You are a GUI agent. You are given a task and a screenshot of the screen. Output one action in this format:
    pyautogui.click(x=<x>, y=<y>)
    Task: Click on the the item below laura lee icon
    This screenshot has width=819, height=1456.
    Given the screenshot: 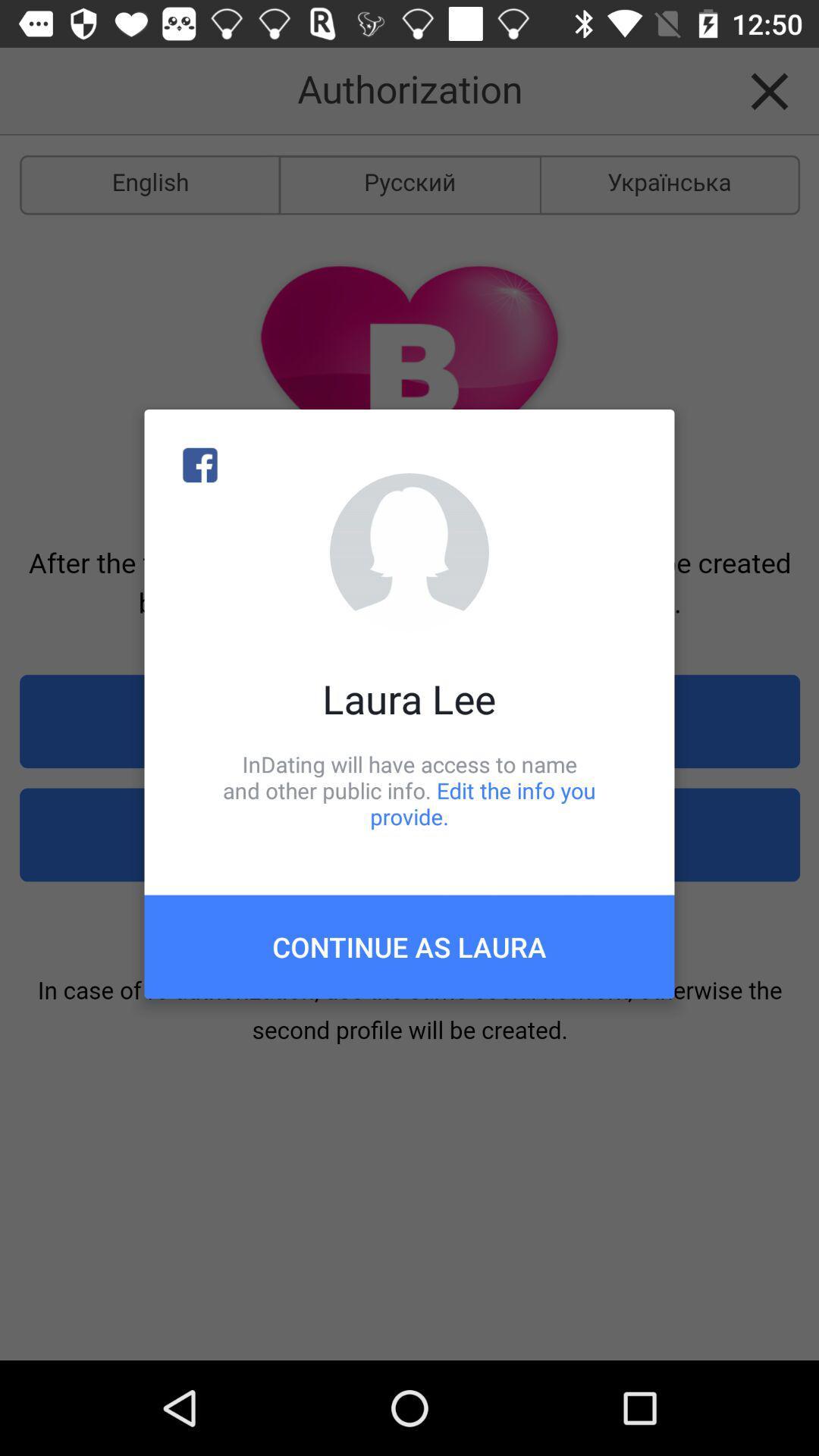 What is the action you would take?
    pyautogui.click(x=409, y=789)
    